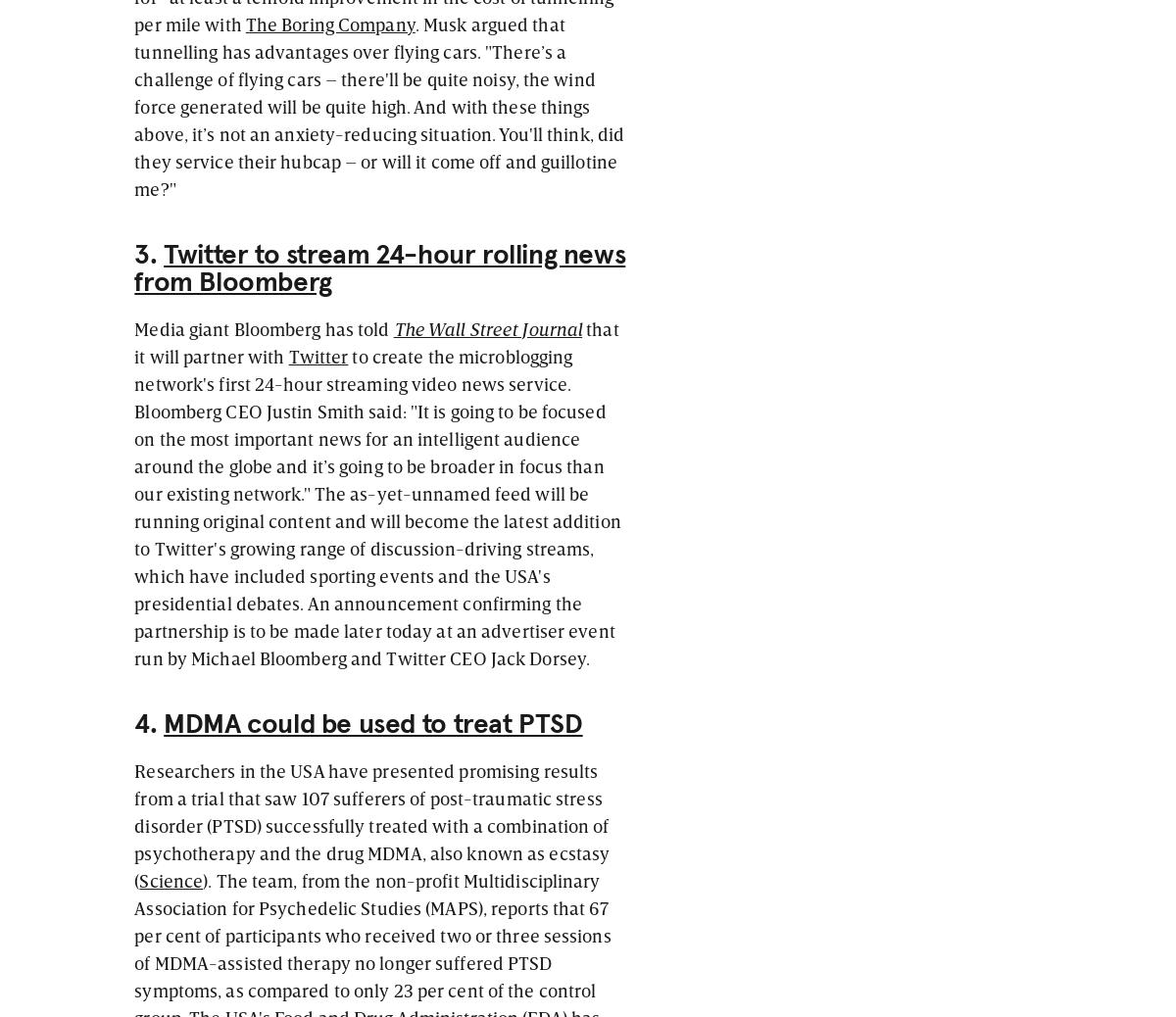 The height and width of the screenshot is (1017, 1176). Describe the element at coordinates (379, 104) in the screenshot. I see `'. Musk argued that tunnelling has advantages over flying cars. "There’s a challenge of flying cars – there'll be quite noisy, the wind force generated will be quite high. And with these things above, it’s not an anxiety-reducing situation. You'll think, did they service their hubcap – or will it come off and guillotine me?"'` at that location.